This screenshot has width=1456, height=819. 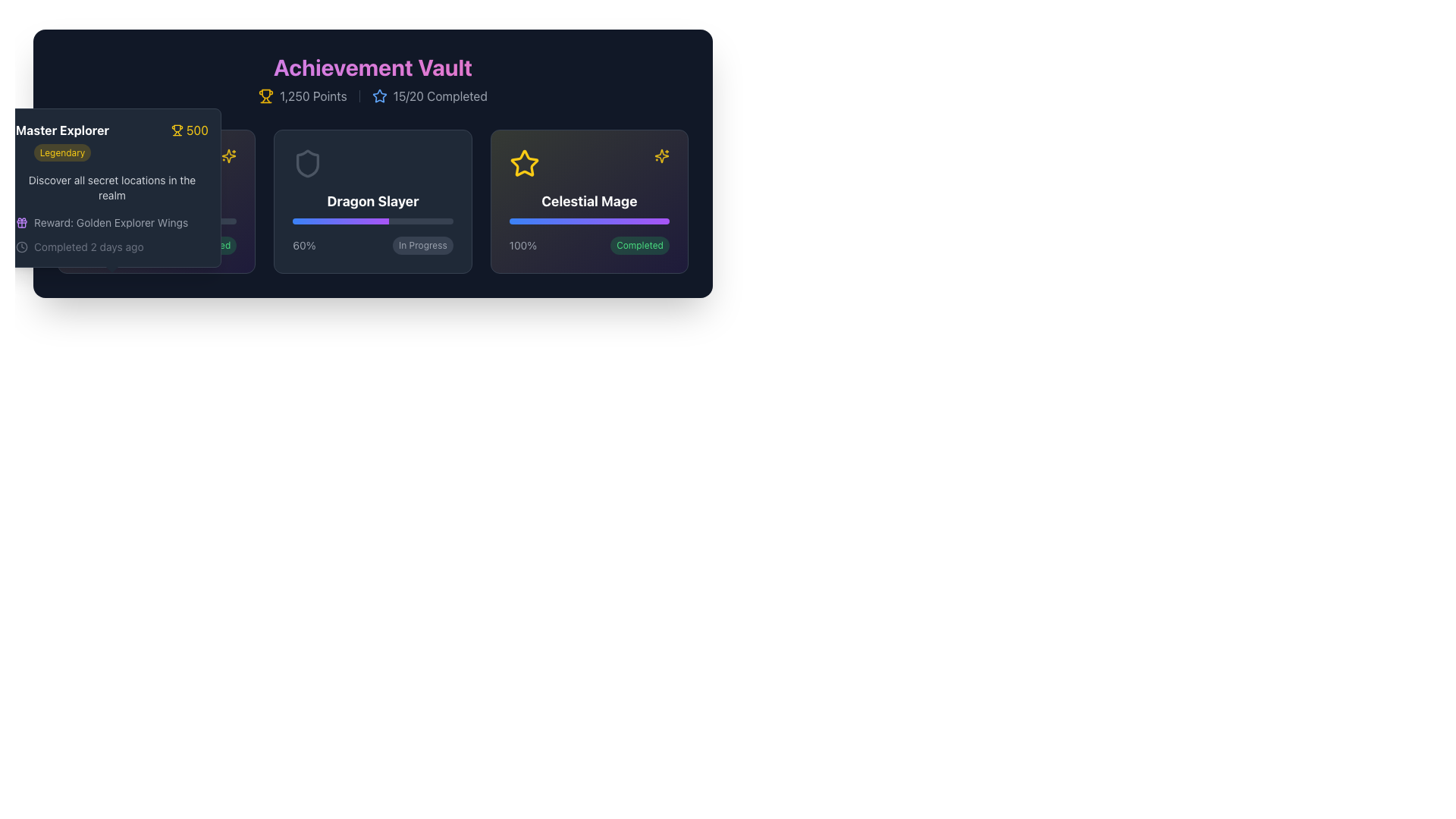 What do you see at coordinates (317, 221) in the screenshot?
I see `progress bar` at bounding box center [317, 221].